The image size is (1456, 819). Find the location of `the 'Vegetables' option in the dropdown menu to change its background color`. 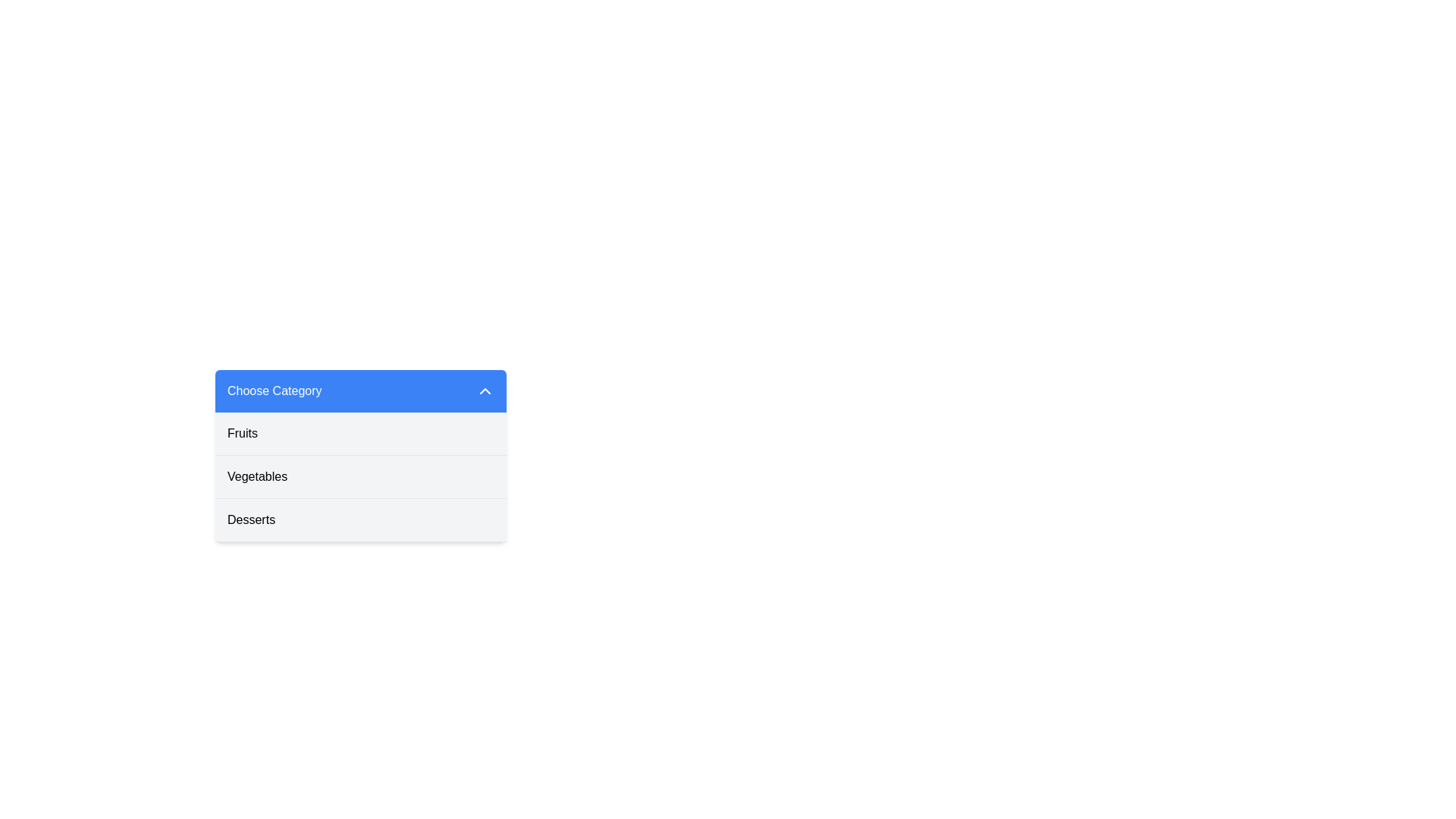

the 'Vegetables' option in the dropdown menu to change its background color is located at coordinates (359, 475).